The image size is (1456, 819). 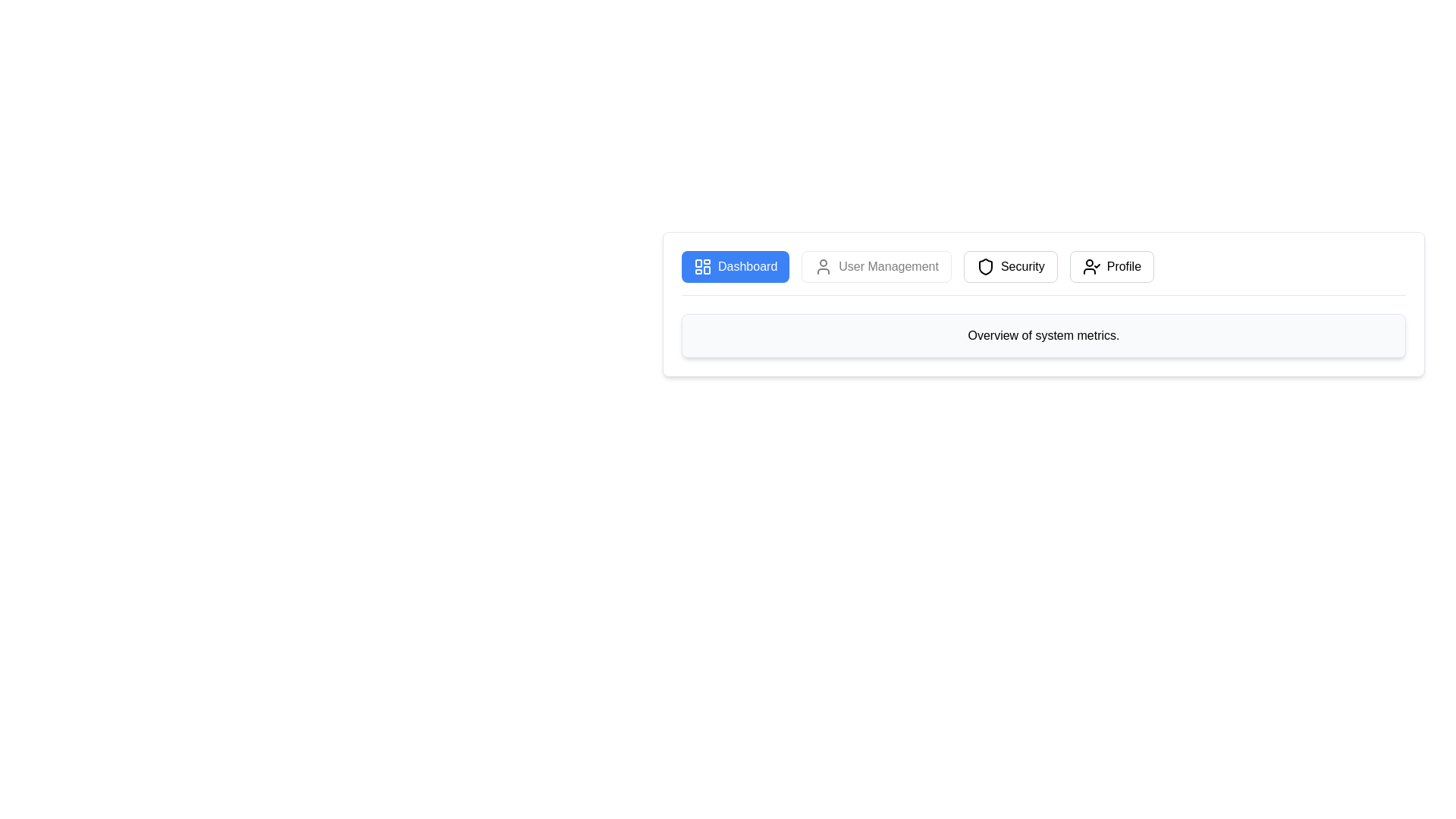 I want to click on the 'Dashboard' button located in the top-left of the horizontal navigation menu, so click(x=736, y=265).